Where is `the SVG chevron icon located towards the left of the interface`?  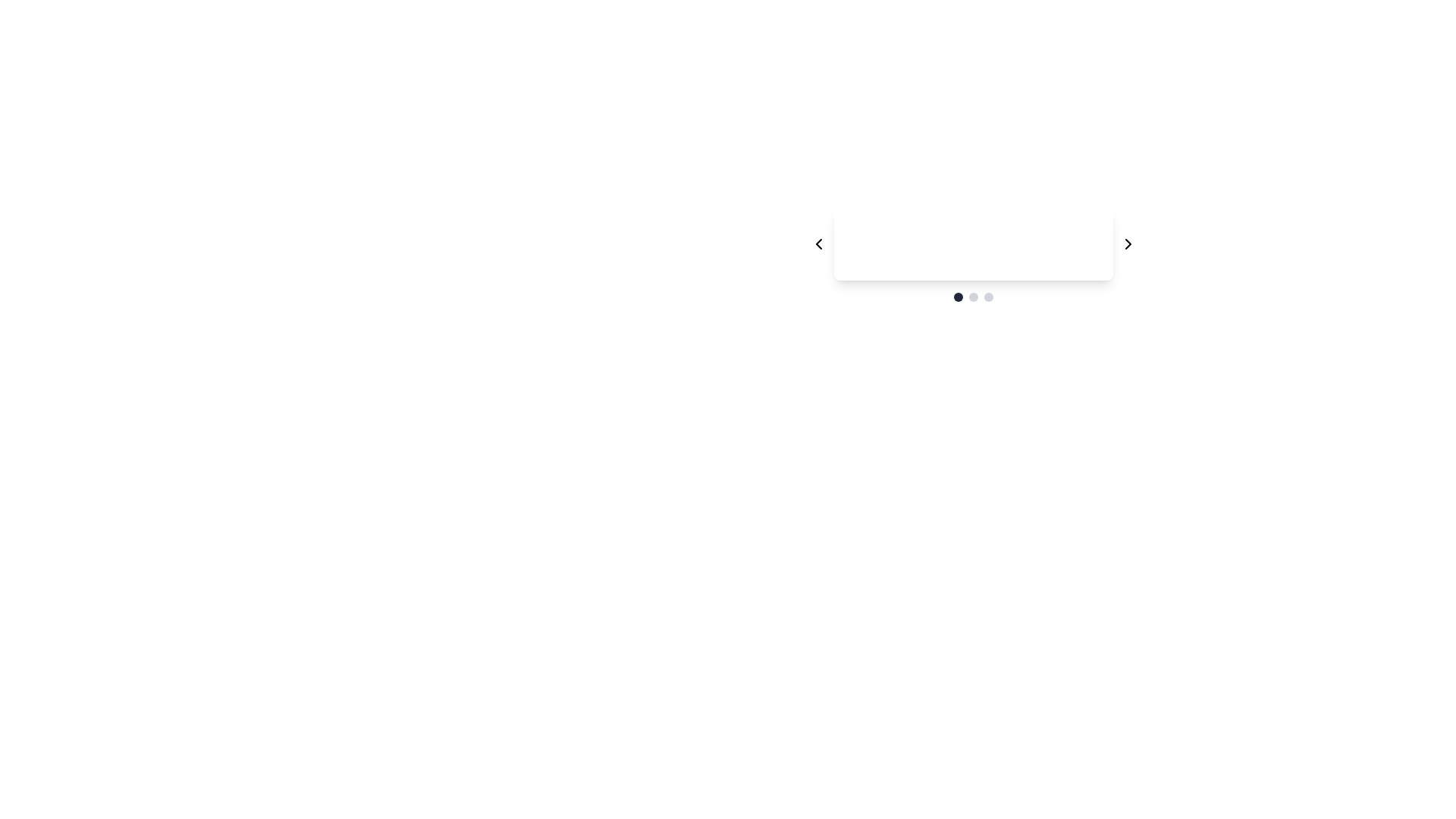 the SVG chevron icon located towards the left of the interface is located at coordinates (818, 243).